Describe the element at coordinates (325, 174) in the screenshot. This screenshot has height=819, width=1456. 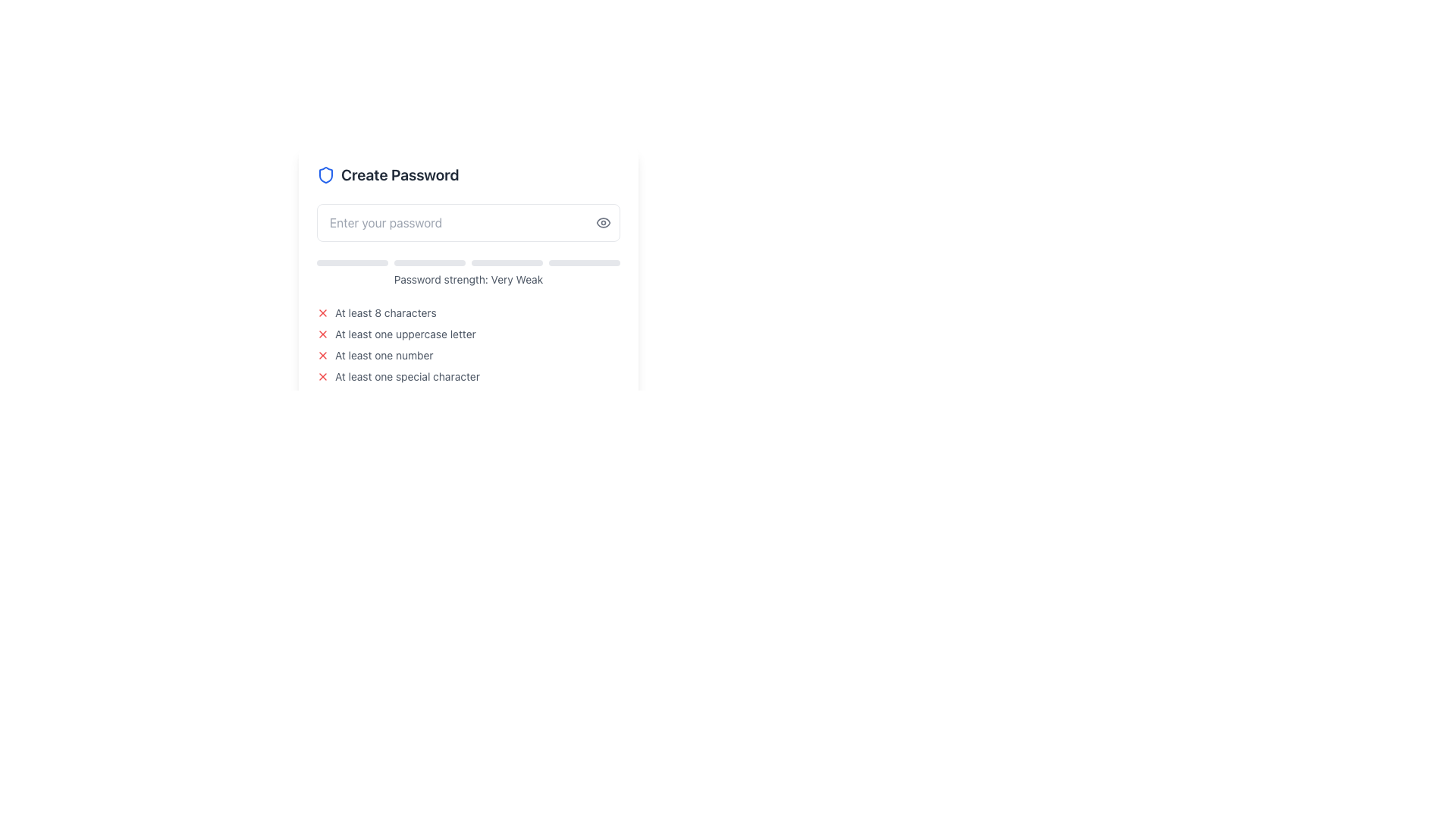
I see `the shield-shaped icon with a blue outline, positioned to the left of the 'Create Password' text` at that location.